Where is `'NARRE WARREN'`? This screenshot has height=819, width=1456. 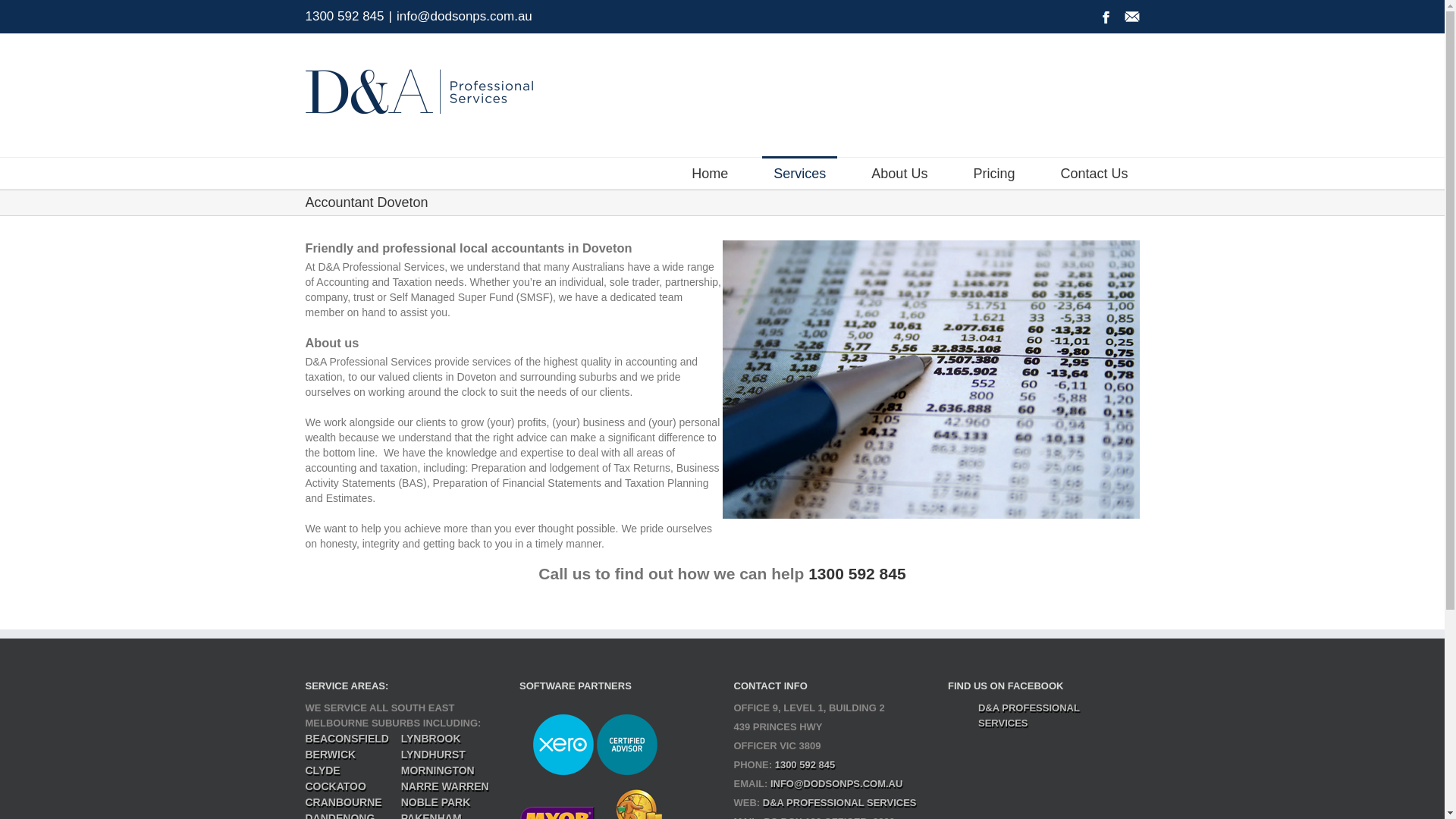
'NARRE WARREN' is located at coordinates (444, 786).